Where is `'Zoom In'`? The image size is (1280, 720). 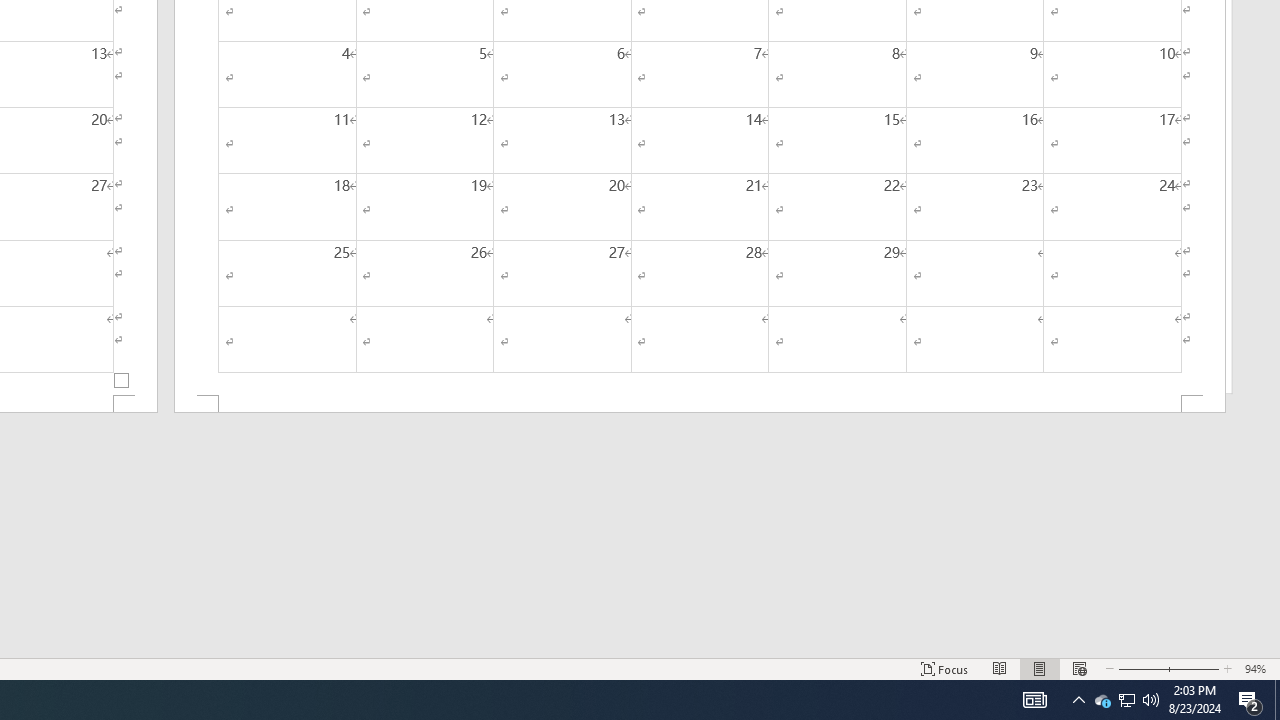
'Zoom In' is located at coordinates (1193, 669).